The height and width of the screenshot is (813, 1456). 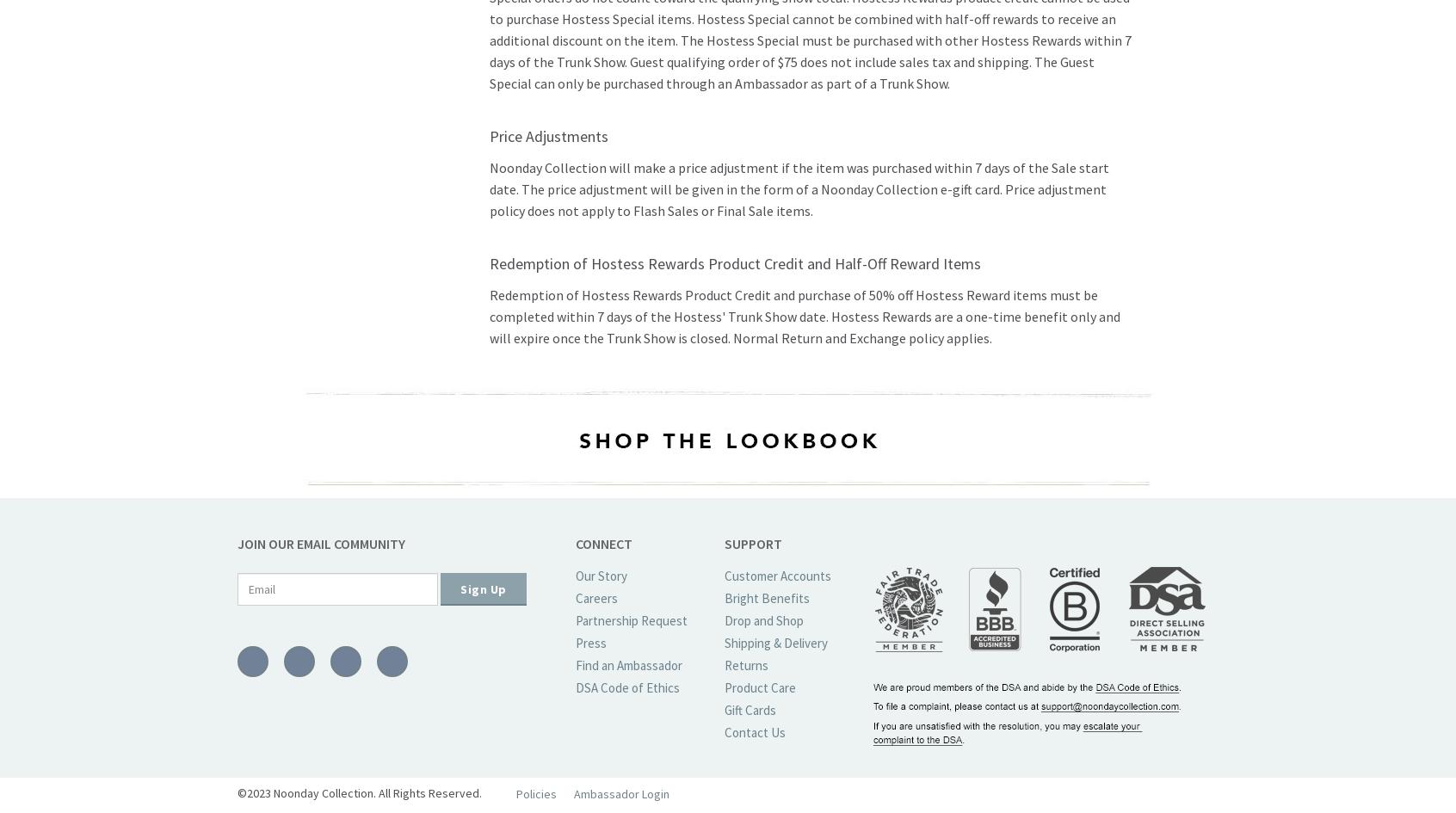 What do you see at coordinates (535, 792) in the screenshot?
I see `'Policies'` at bounding box center [535, 792].